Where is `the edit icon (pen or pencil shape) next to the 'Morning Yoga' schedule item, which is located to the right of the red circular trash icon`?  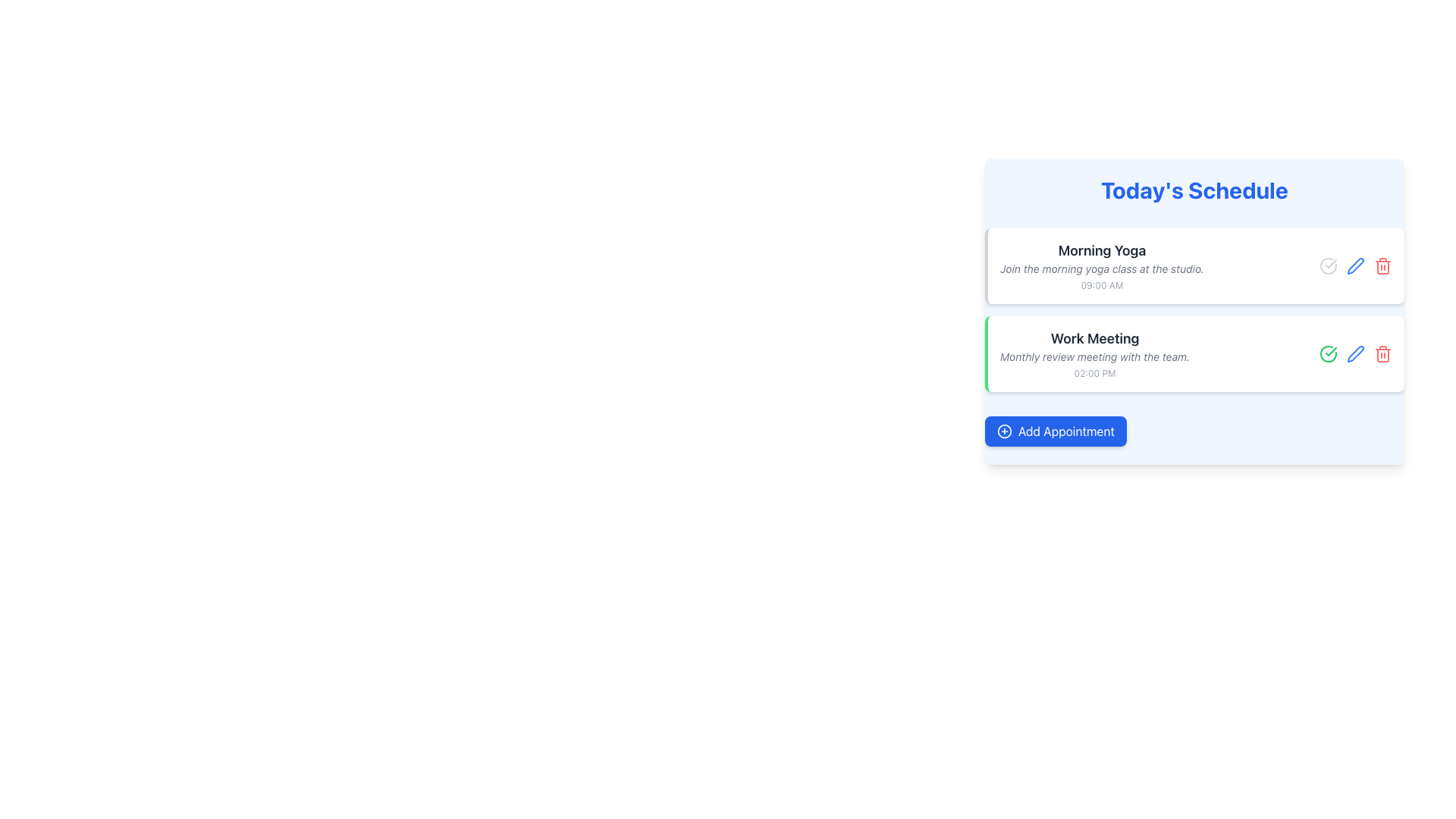 the edit icon (pen or pencil shape) next to the 'Morning Yoga' schedule item, which is located to the right of the red circular trash icon is located at coordinates (1356, 353).